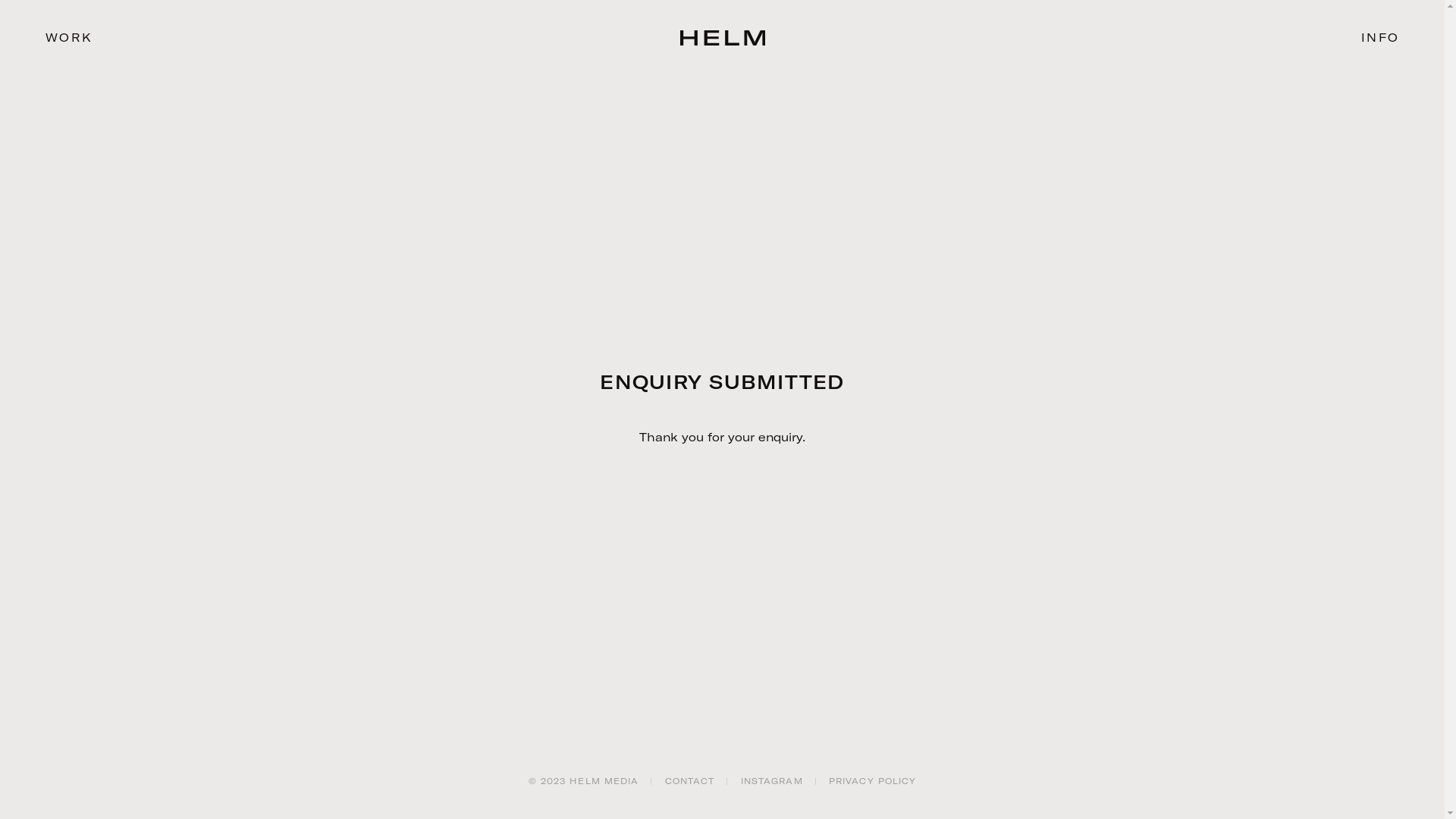 The image size is (1456, 819). Describe the element at coordinates (741, 780) in the screenshot. I see `'INSTAGRAM'` at that location.